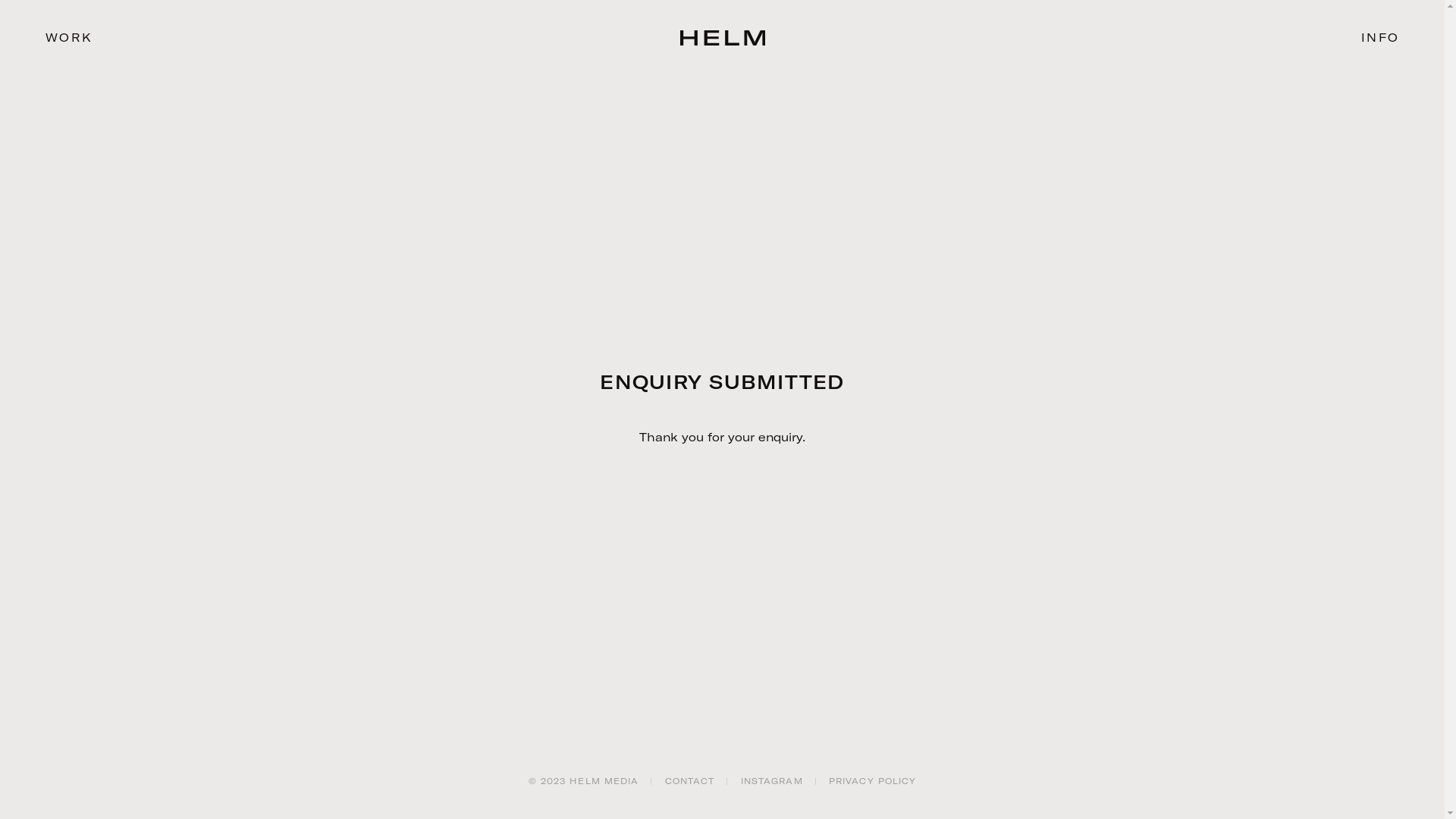 The image size is (1456, 819). Describe the element at coordinates (741, 780) in the screenshot. I see `'INSTAGRAM'` at that location.